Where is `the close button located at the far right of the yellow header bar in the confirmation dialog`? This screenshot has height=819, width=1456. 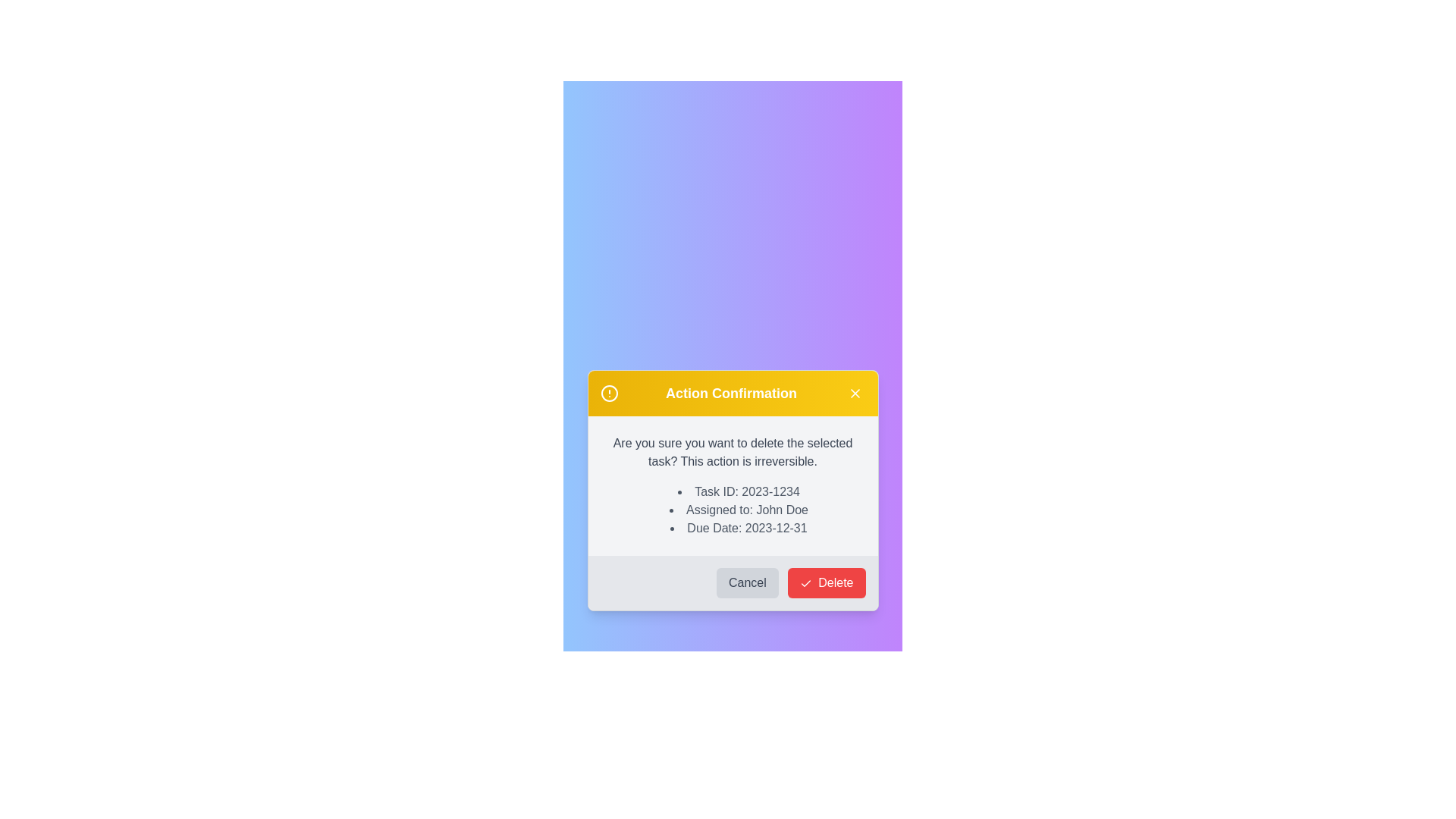 the close button located at the far right of the yellow header bar in the confirmation dialog is located at coordinates (855, 393).